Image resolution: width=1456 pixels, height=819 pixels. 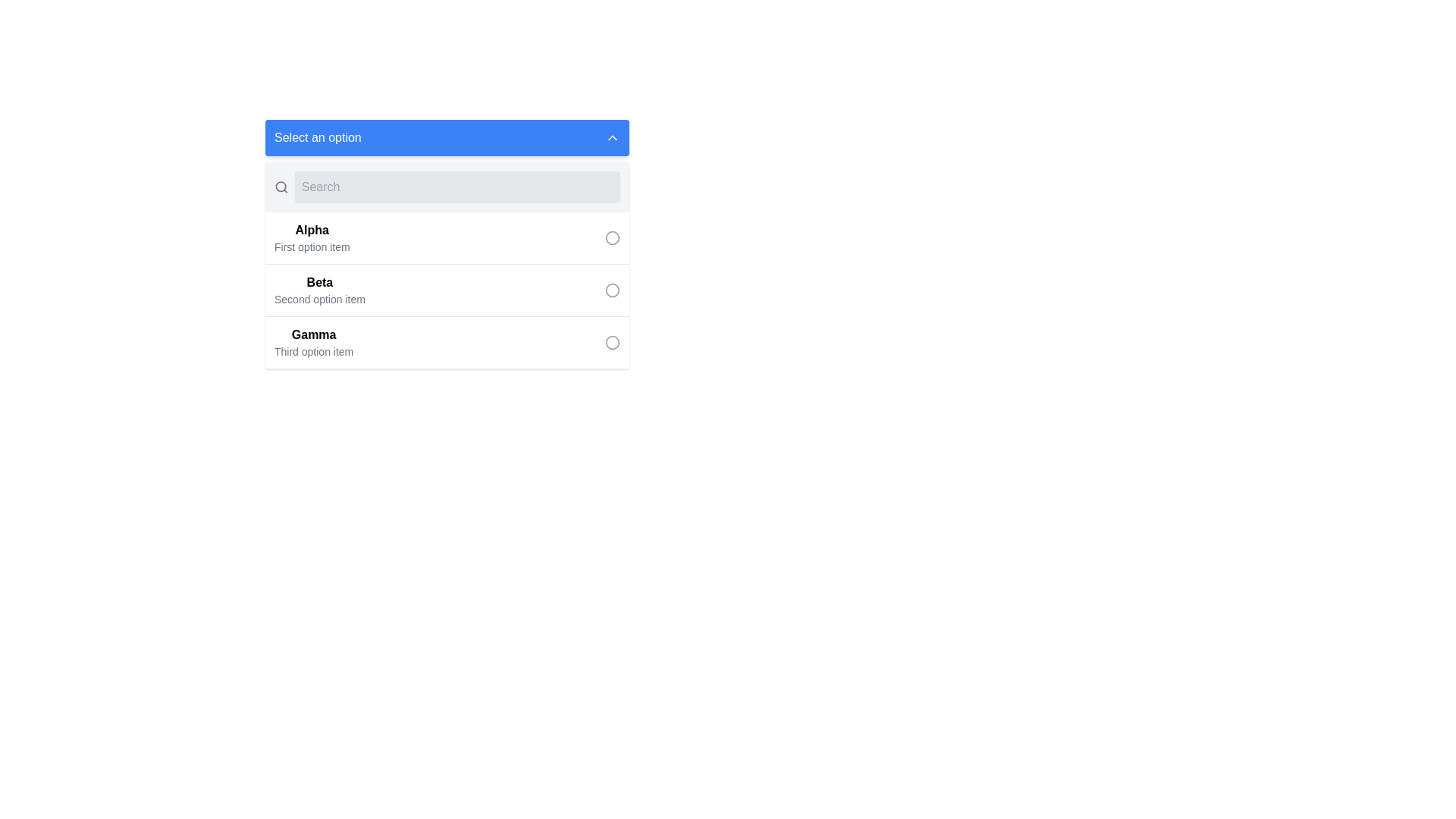 What do you see at coordinates (612, 237) in the screenshot?
I see `the radio button element styled with a light gray border and transparent interior, located in the first option row labeled 'Alpha'` at bounding box center [612, 237].